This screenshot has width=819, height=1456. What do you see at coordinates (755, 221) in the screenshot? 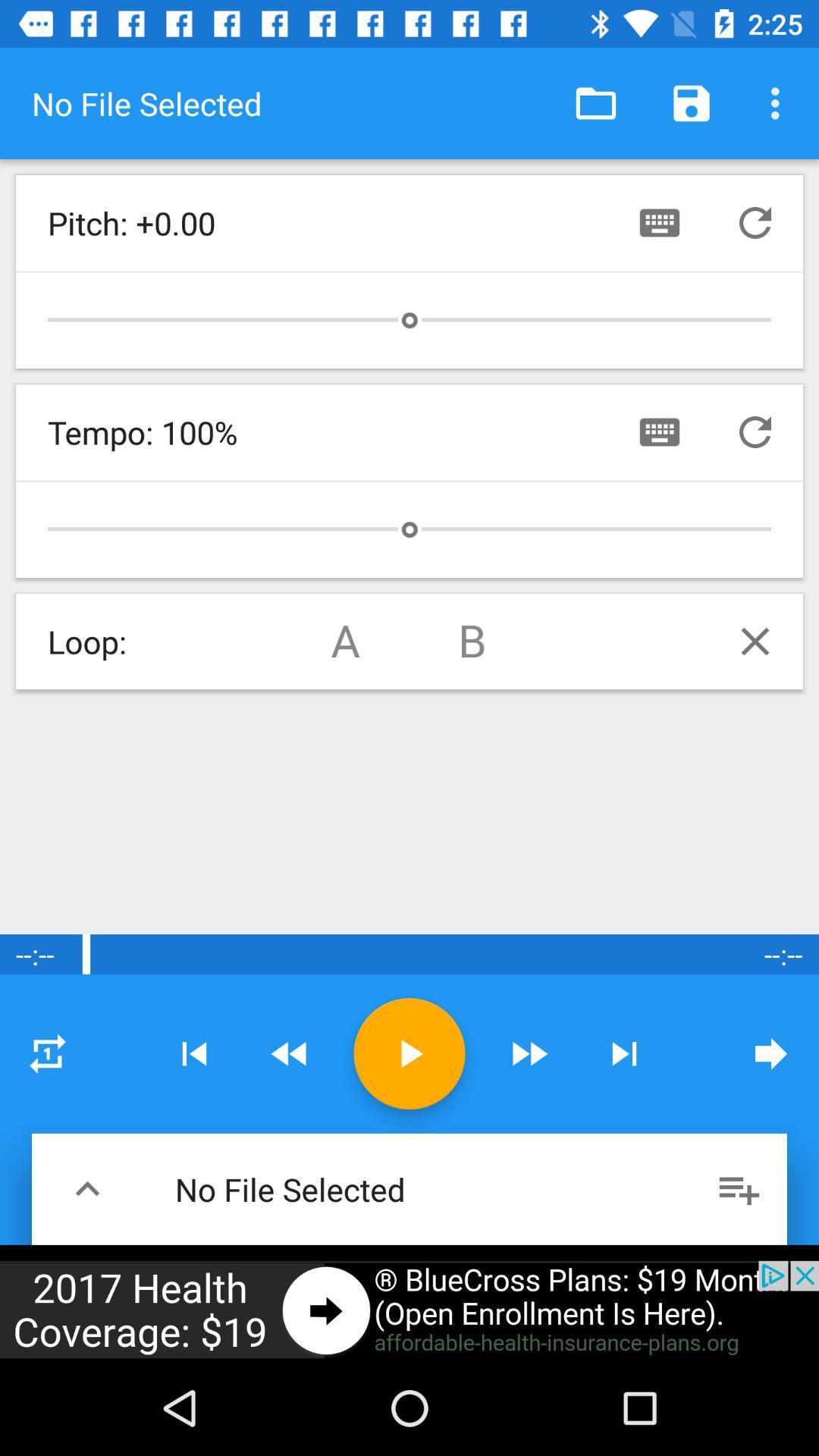
I see `reset pitch` at bounding box center [755, 221].